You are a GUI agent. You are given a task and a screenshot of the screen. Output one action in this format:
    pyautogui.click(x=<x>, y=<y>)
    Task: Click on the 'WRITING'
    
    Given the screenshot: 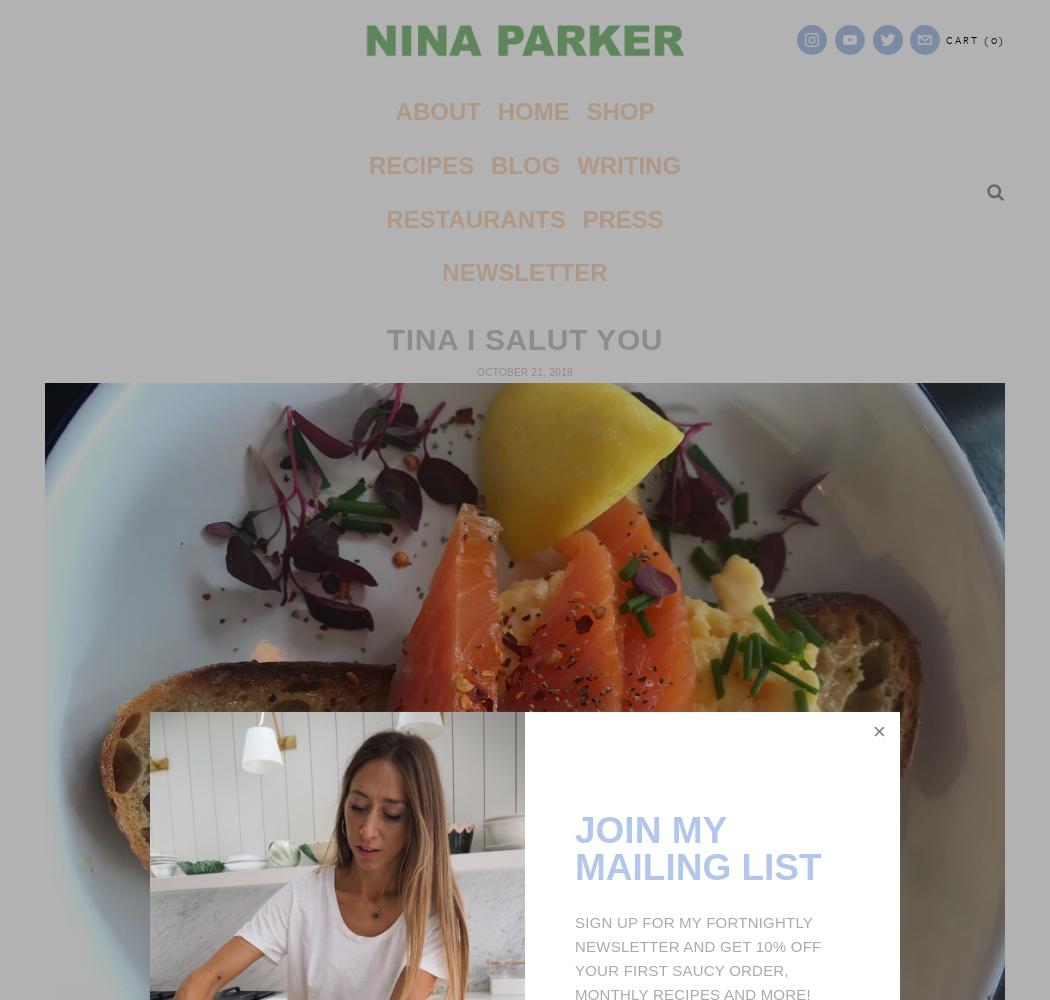 What is the action you would take?
    pyautogui.click(x=628, y=164)
    